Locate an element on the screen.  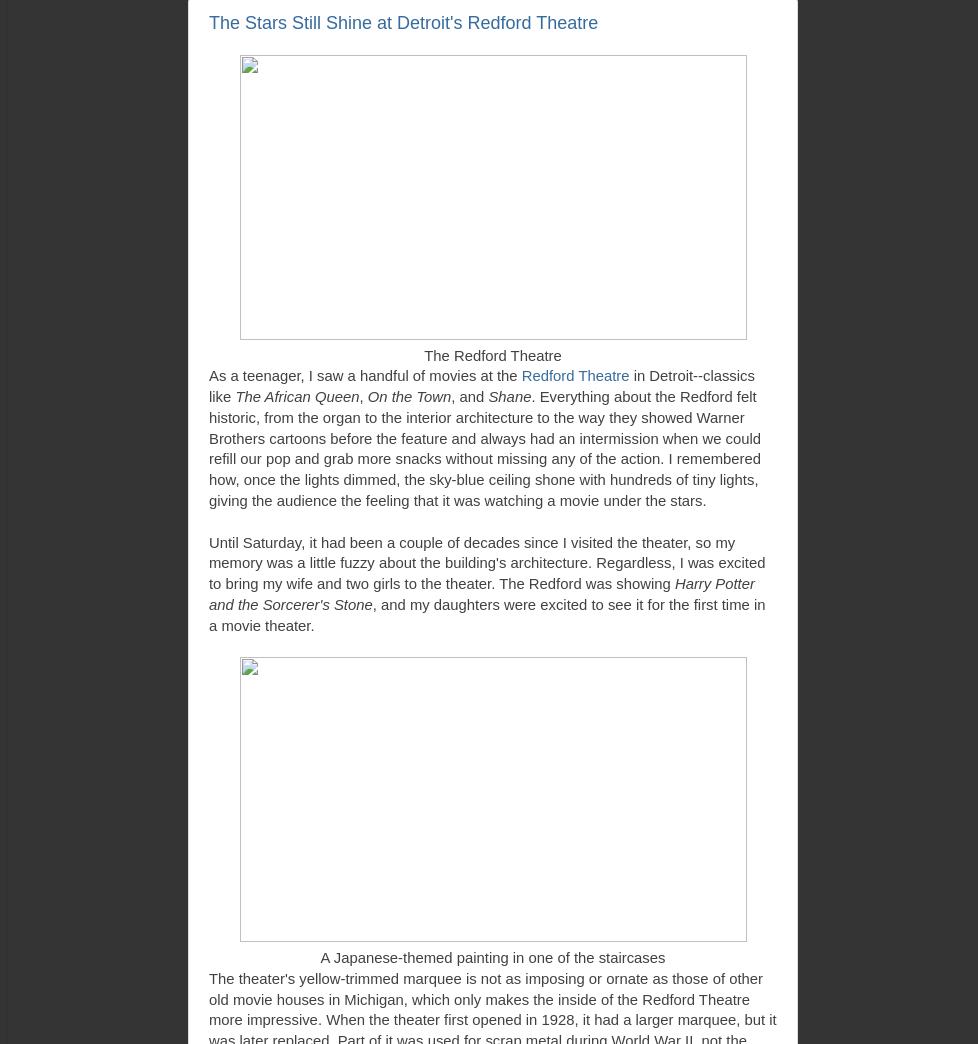
'. Everything about the Redford felt historic, from the organ to the interior architecture to the way they showed Warner Brothers cartoons before the feature and always had an intermission when we could refill our pop and grab more snacks without missing any of the action. I remembered how, once the lights dimmed, the sky-blue ceiling shone with hundreds of tiny lights, giving the audience the feeling that it was watching a movie under the stars.' is located at coordinates (483, 447).